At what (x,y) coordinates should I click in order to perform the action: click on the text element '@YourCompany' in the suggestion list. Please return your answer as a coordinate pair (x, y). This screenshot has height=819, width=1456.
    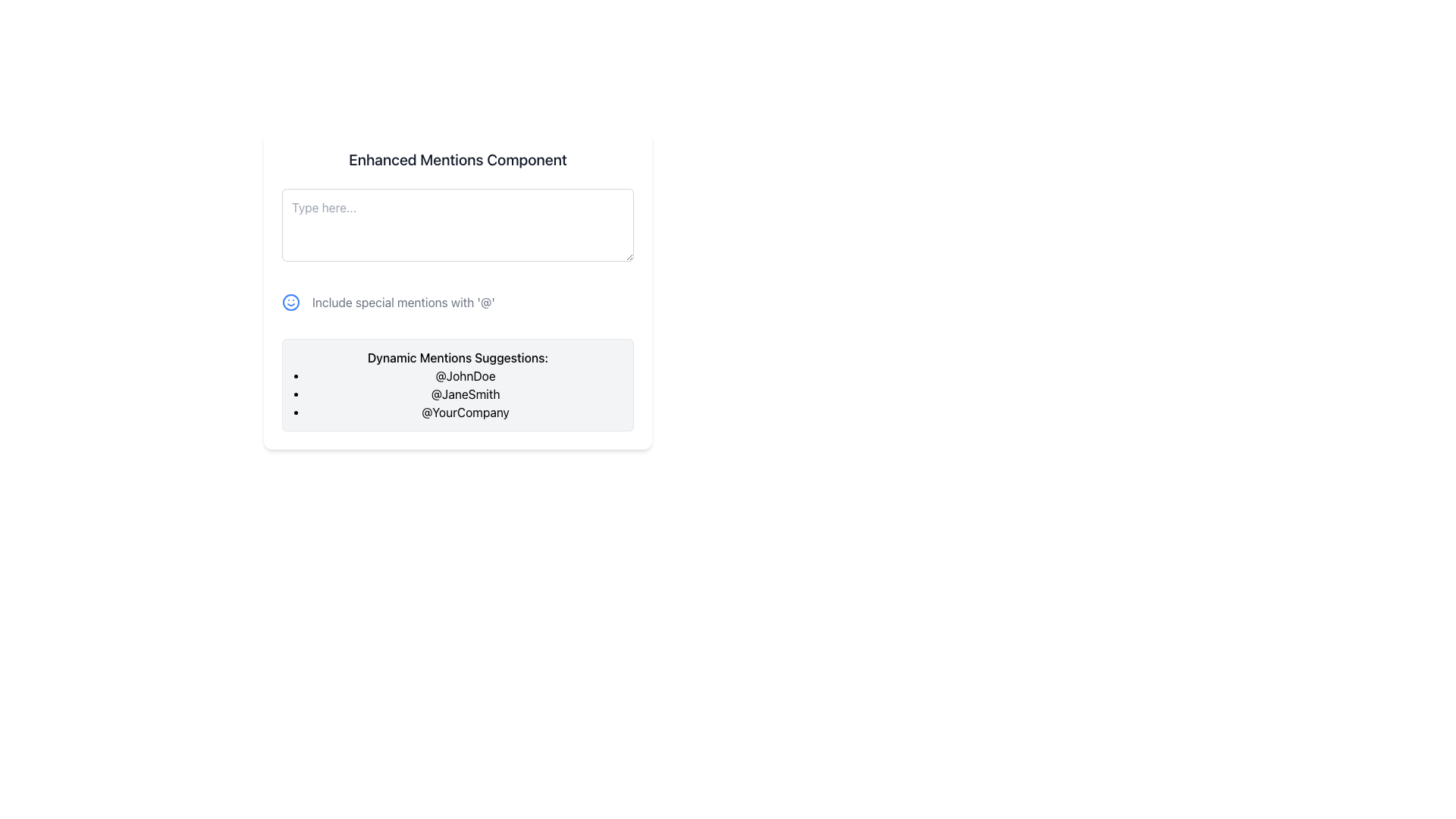
    Looking at the image, I should click on (465, 412).